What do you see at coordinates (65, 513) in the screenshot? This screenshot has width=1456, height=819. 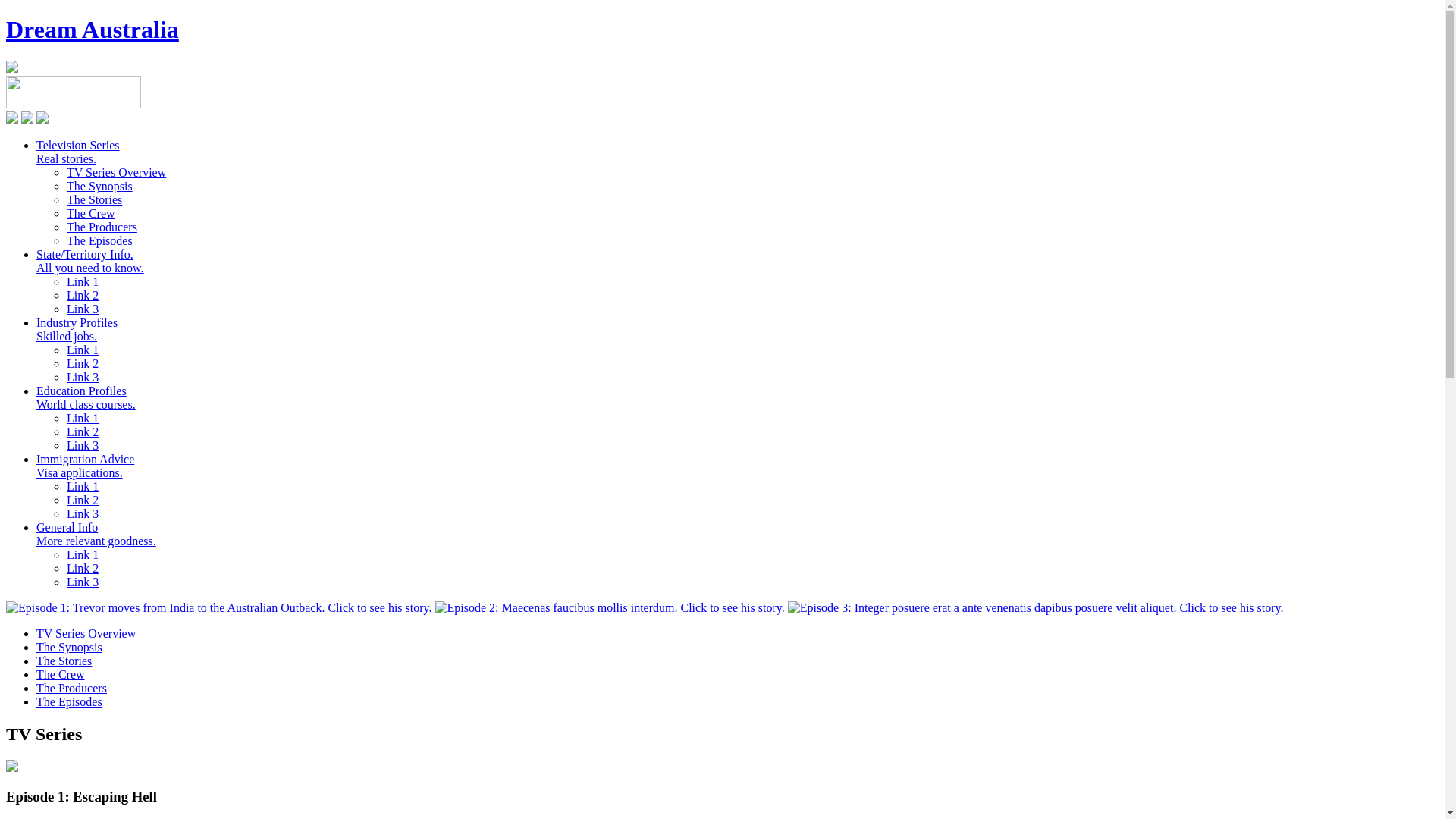 I see `'Link 3'` at bounding box center [65, 513].